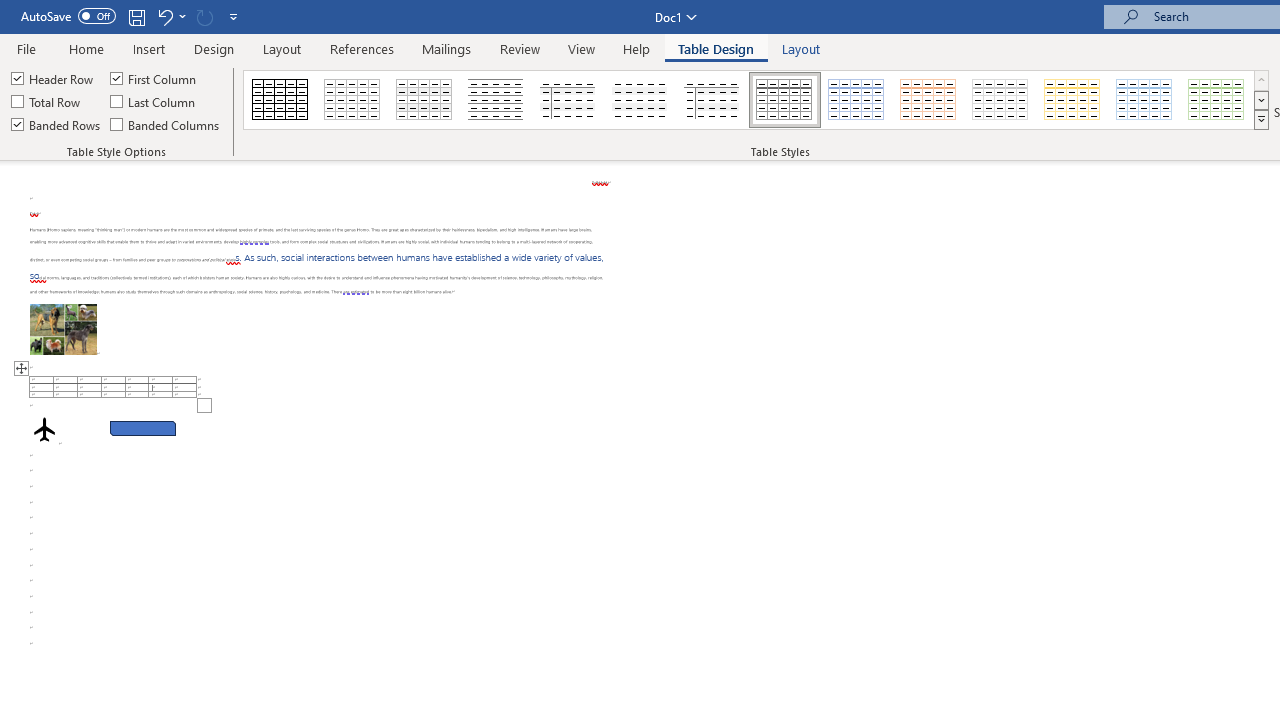 The height and width of the screenshot is (720, 1280). What do you see at coordinates (1260, 120) in the screenshot?
I see `'Table Styles'` at bounding box center [1260, 120].